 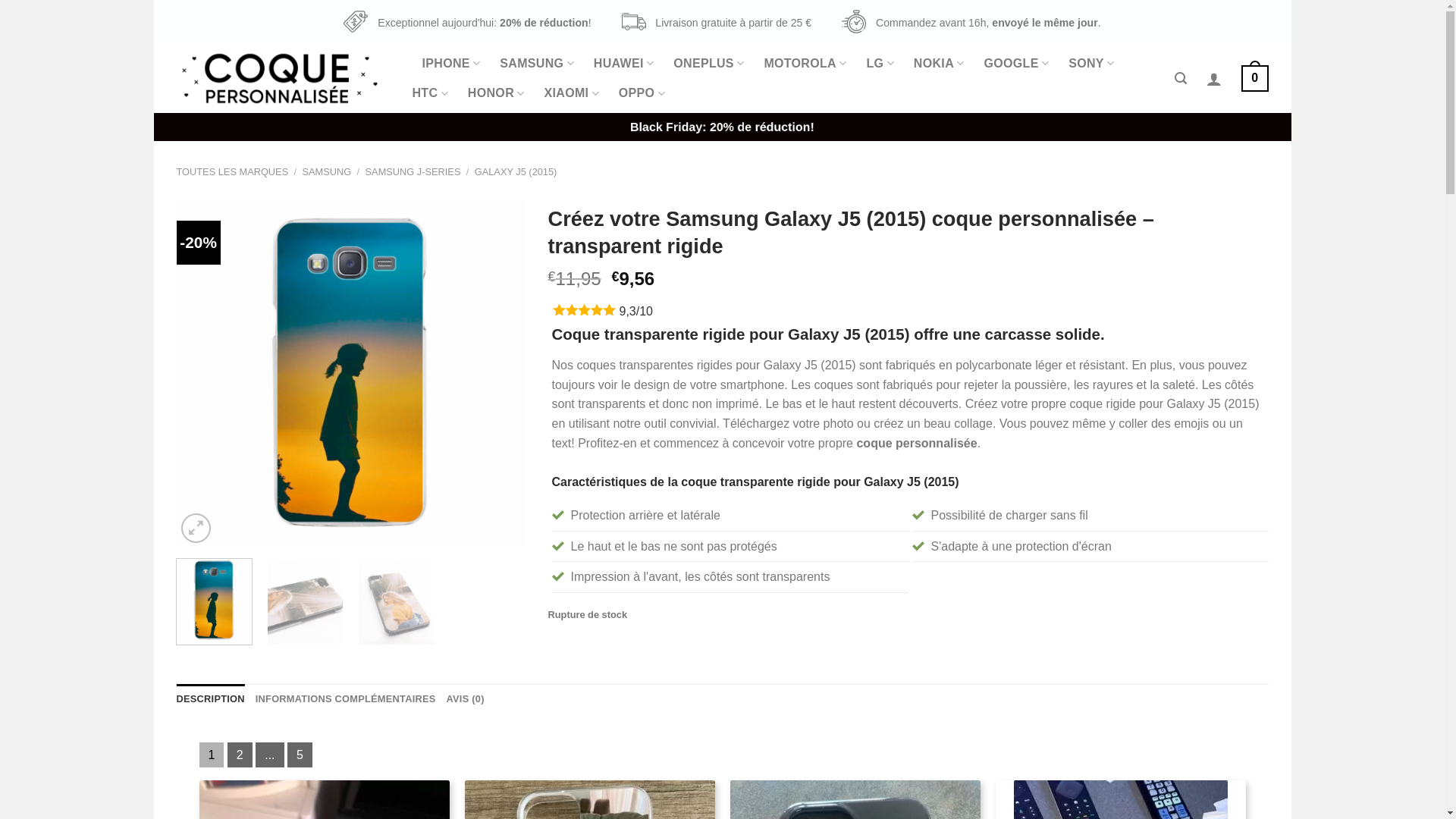 What do you see at coordinates (496, 93) in the screenshot?
I see `'HONOR'` at bounding box center [496, 93].